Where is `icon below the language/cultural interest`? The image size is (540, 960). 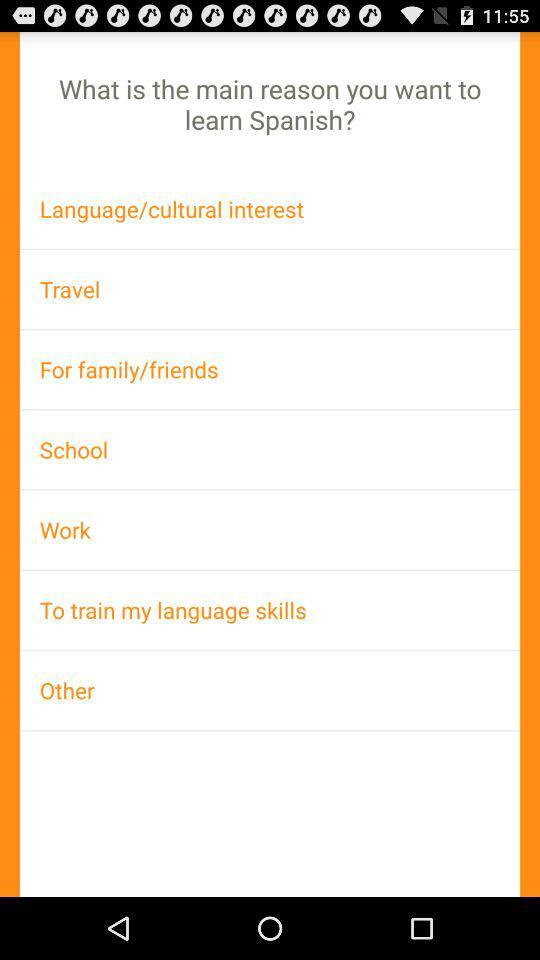
icon below the language/cultural interest is located at coordinates (270, 288).